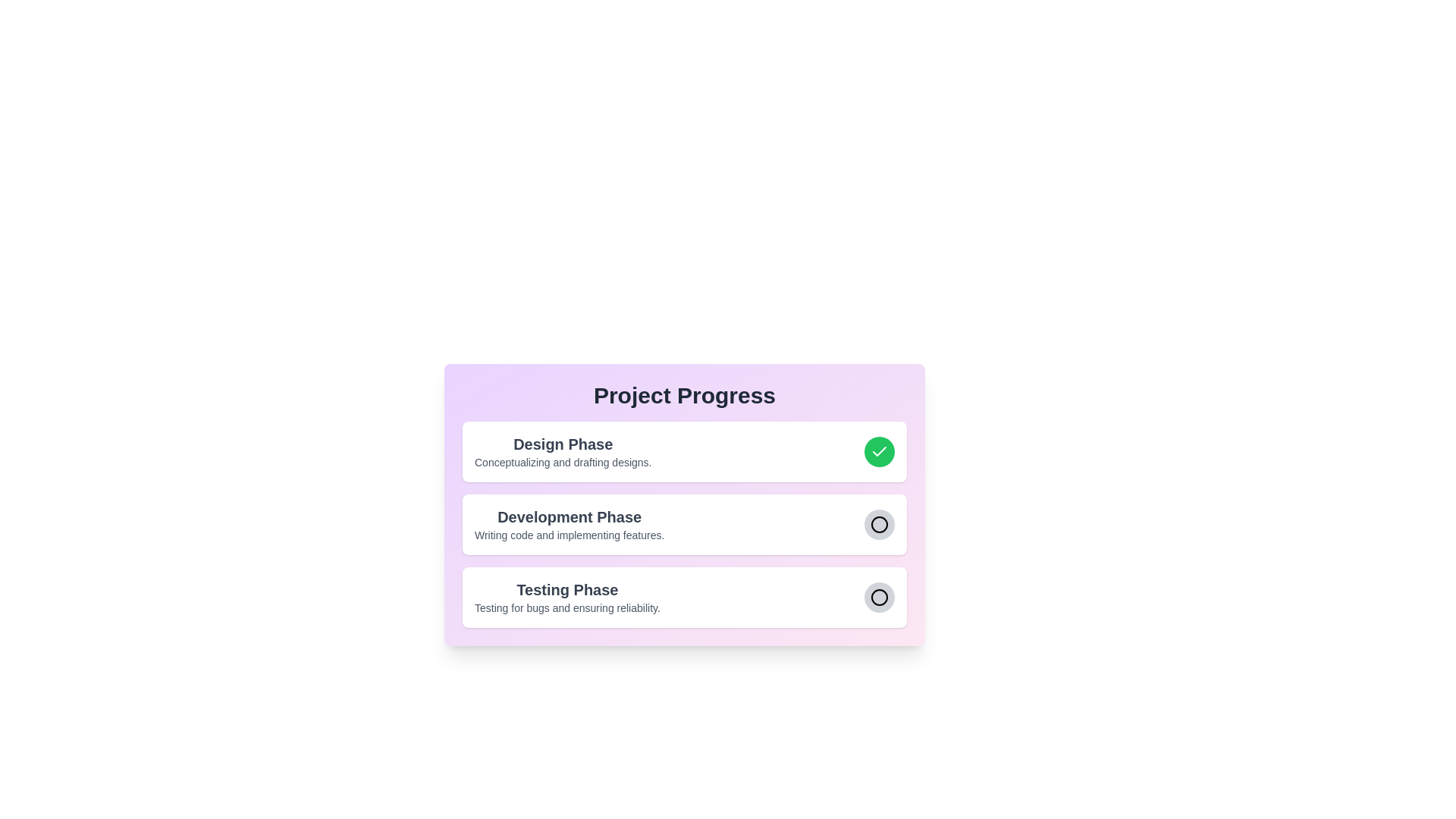 Image resolution: width=1456 pixels, height=819 pixels. Describe the element at coordinates (569, 534) in the screenshot. I see `the label displaying 'Writing code and implementing features.' which is styled with a smaller gray font and located below the bold title 'Development Phase'` at that location.